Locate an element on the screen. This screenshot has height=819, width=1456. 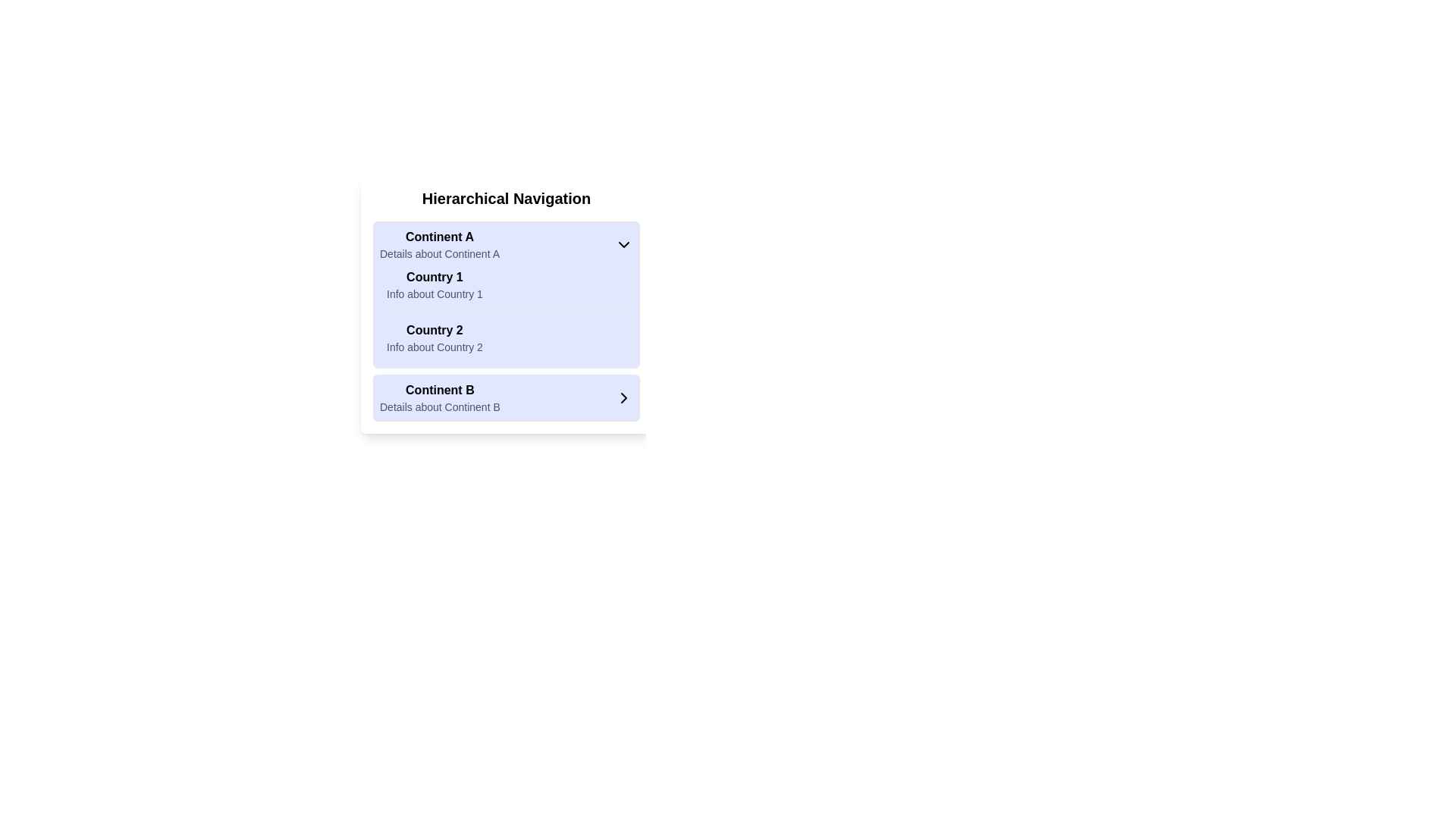
text displayed in the Text Display Element that shows 'Country 2' in bold and 'Info about Country 2' below it in smaller gray text, which is the second item under the 'Continent A' section is located at coordinates (434, 337).